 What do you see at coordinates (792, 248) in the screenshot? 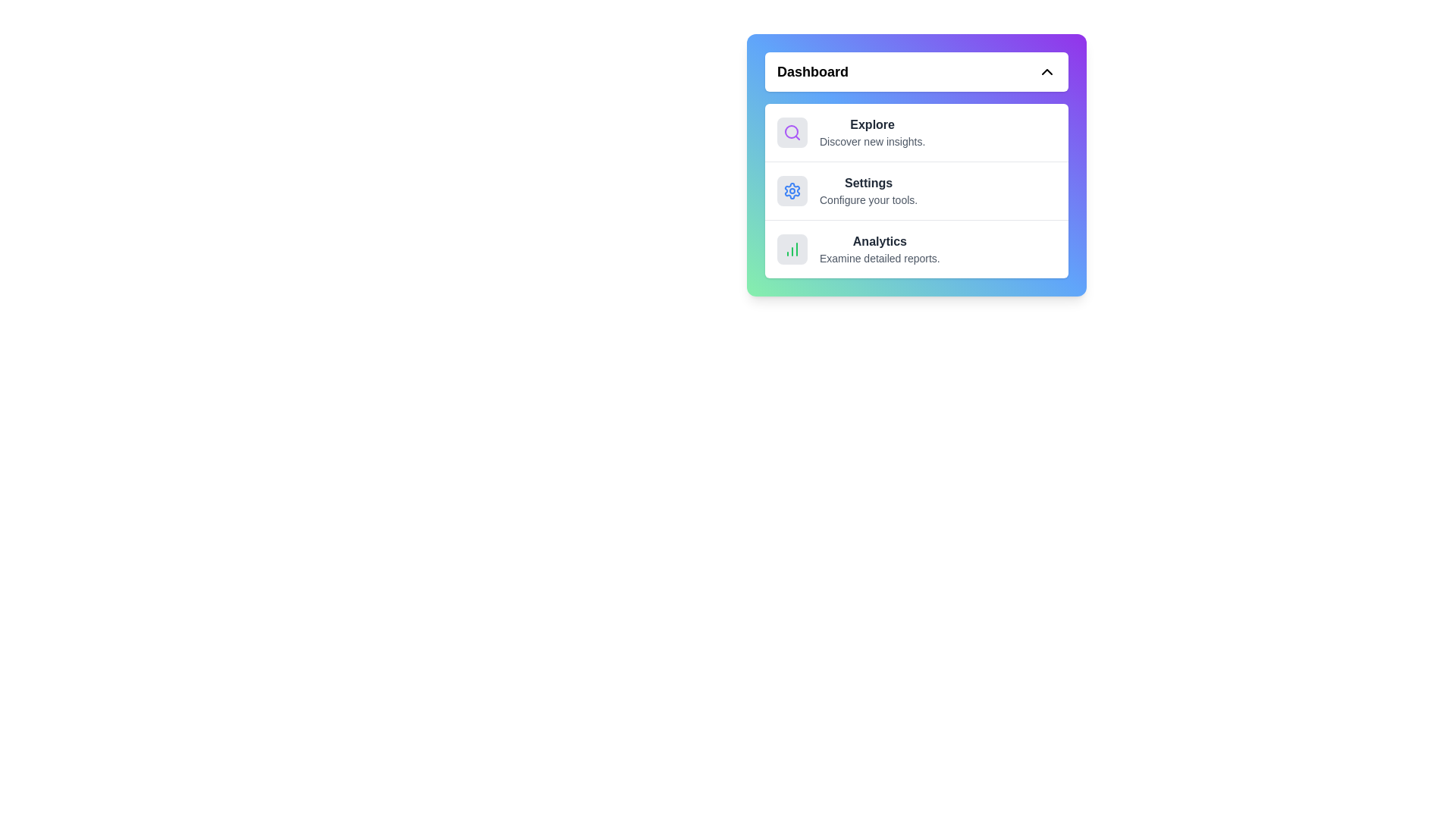
I see `the icon corresponding to the menu item Analytics` at bounding box center [792, 248].